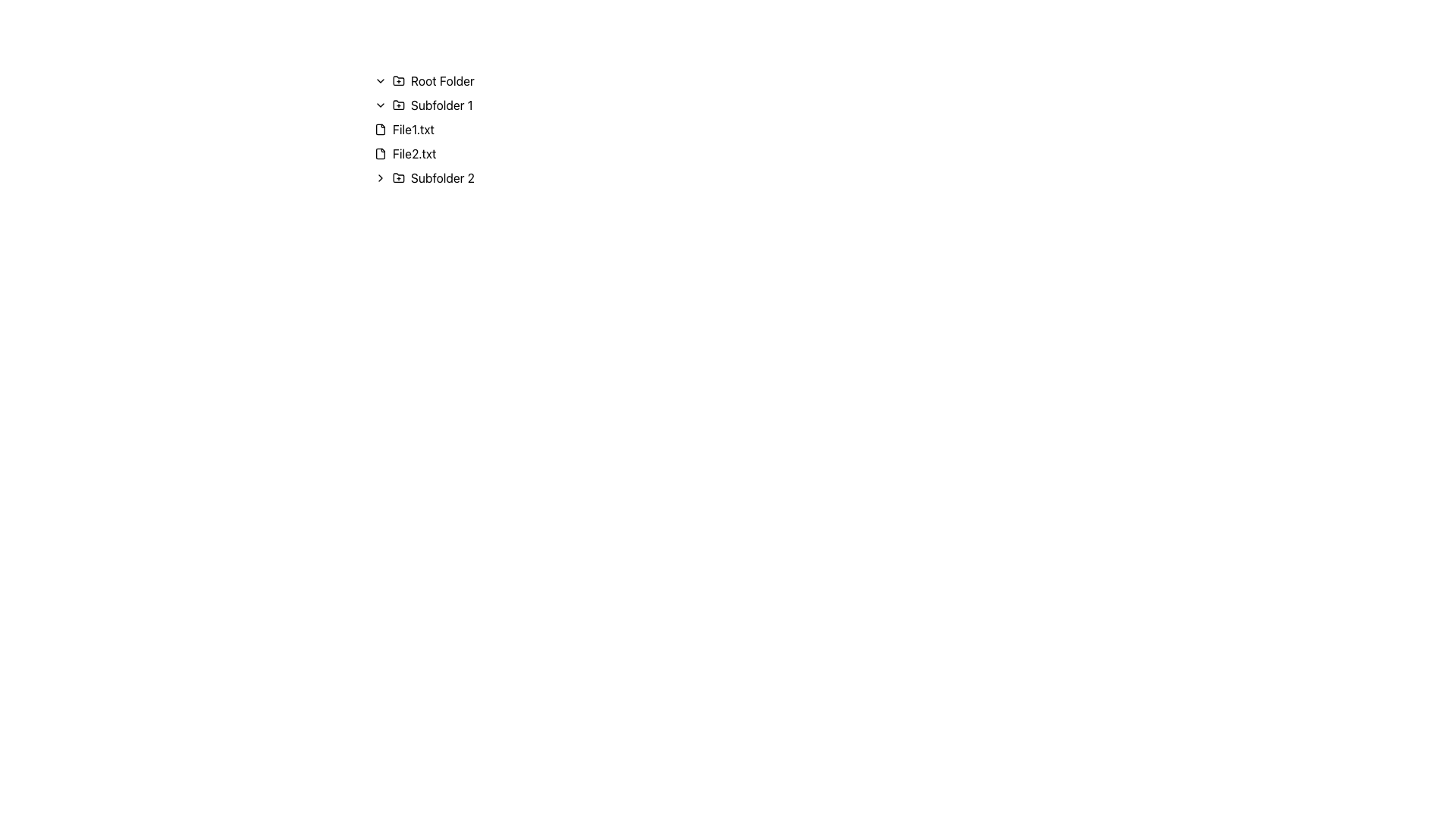 The image size is (1456, 819). I want to click on the File icon representing 'File1.txt' located in 'Subfolder 1' within the file hierarchy, so click(381, 128).